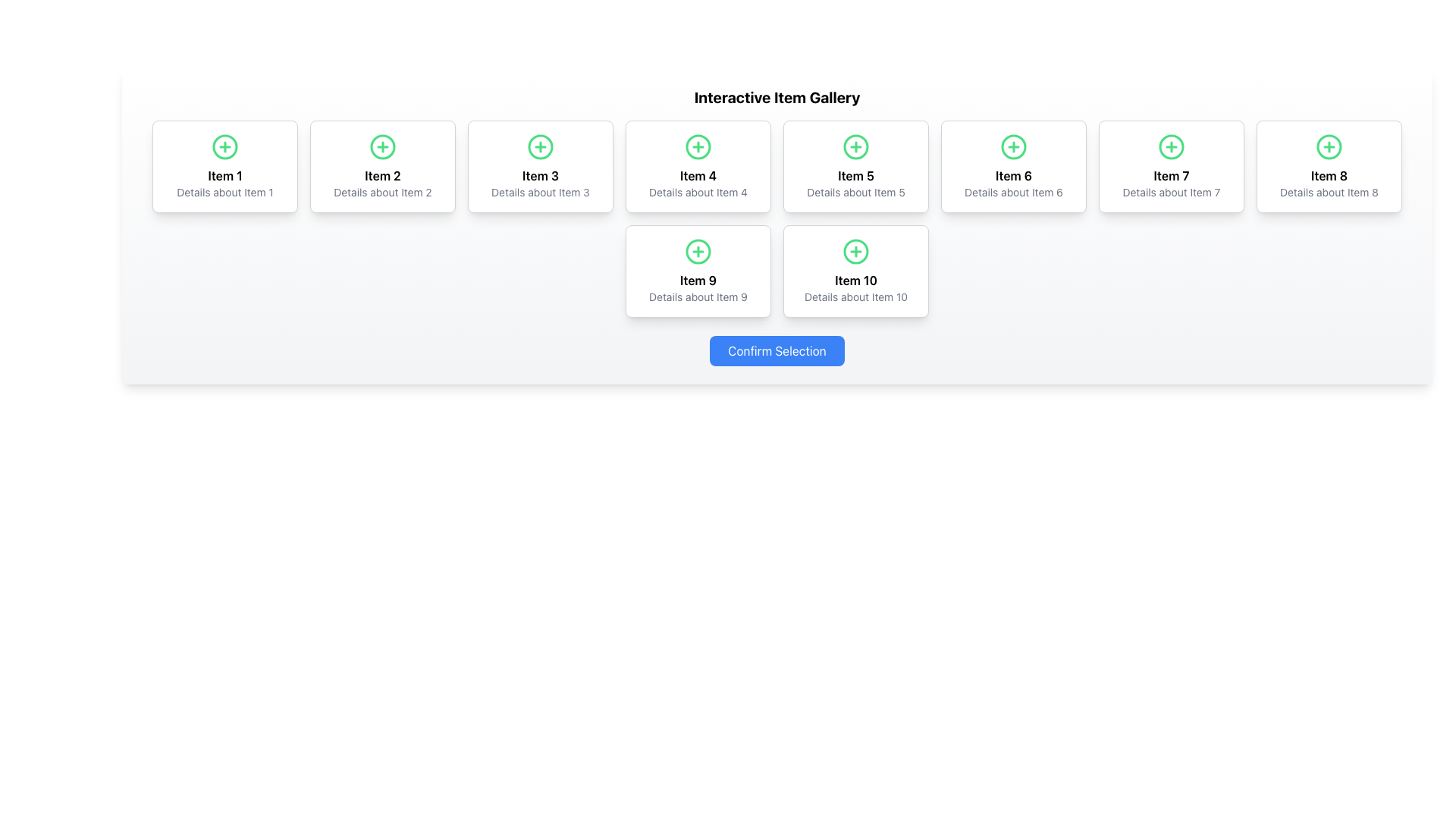 Image resolution: width=1456 pixels, height=819 pixels. What do you see at coordinates (1014, 166) in the screenshot?
I see `the card displaying information about 'Item 6', which is located in the second row and sixth column of the grid layout` at bounding box center [1014, 166].